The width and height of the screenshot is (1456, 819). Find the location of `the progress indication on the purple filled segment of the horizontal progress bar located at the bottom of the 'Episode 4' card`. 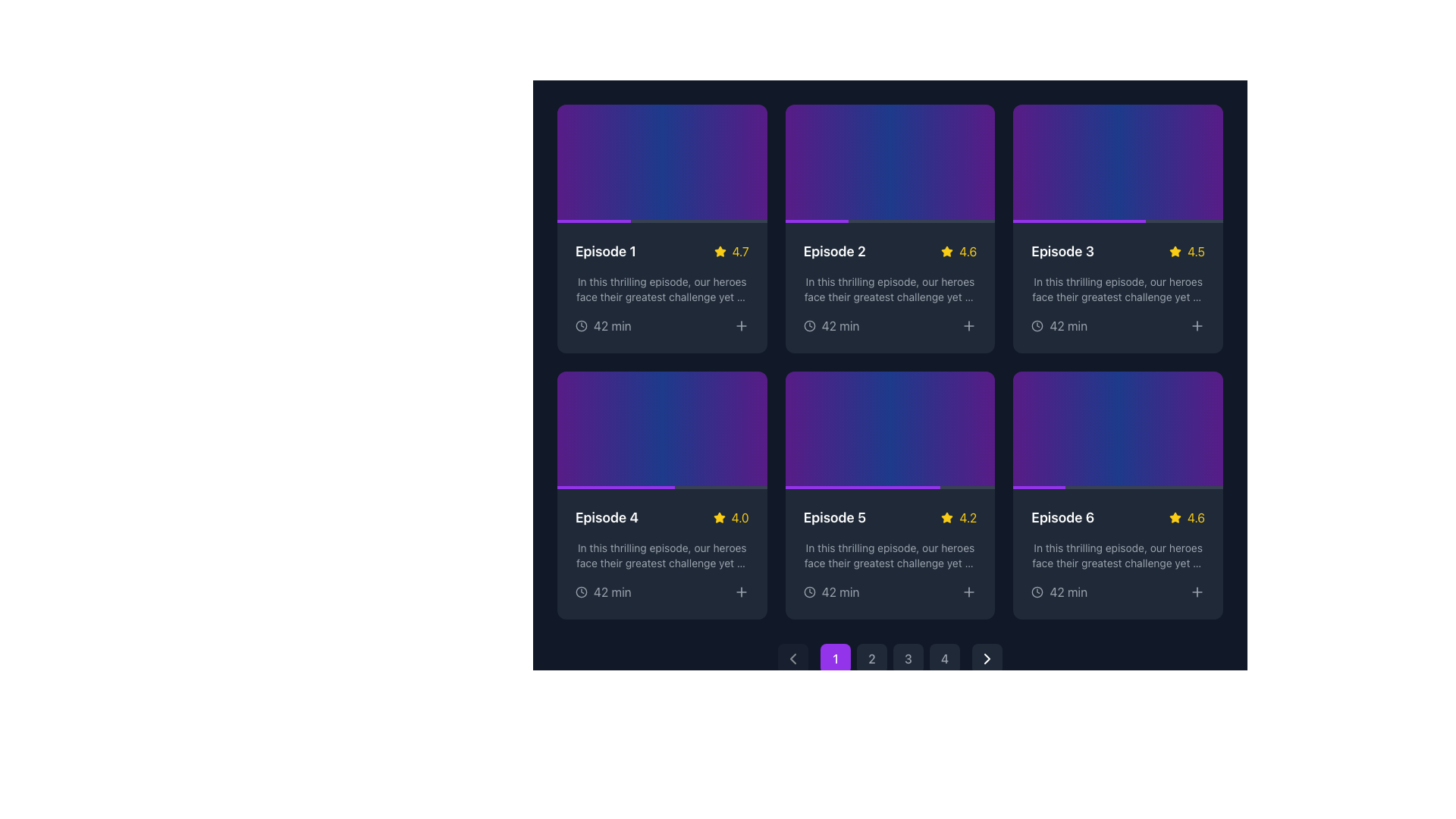

the progress indication on the purple filled segment of the horizontal progress bar located at the bottom of the 'Episode 4' card is located at coordinates (616, 488).